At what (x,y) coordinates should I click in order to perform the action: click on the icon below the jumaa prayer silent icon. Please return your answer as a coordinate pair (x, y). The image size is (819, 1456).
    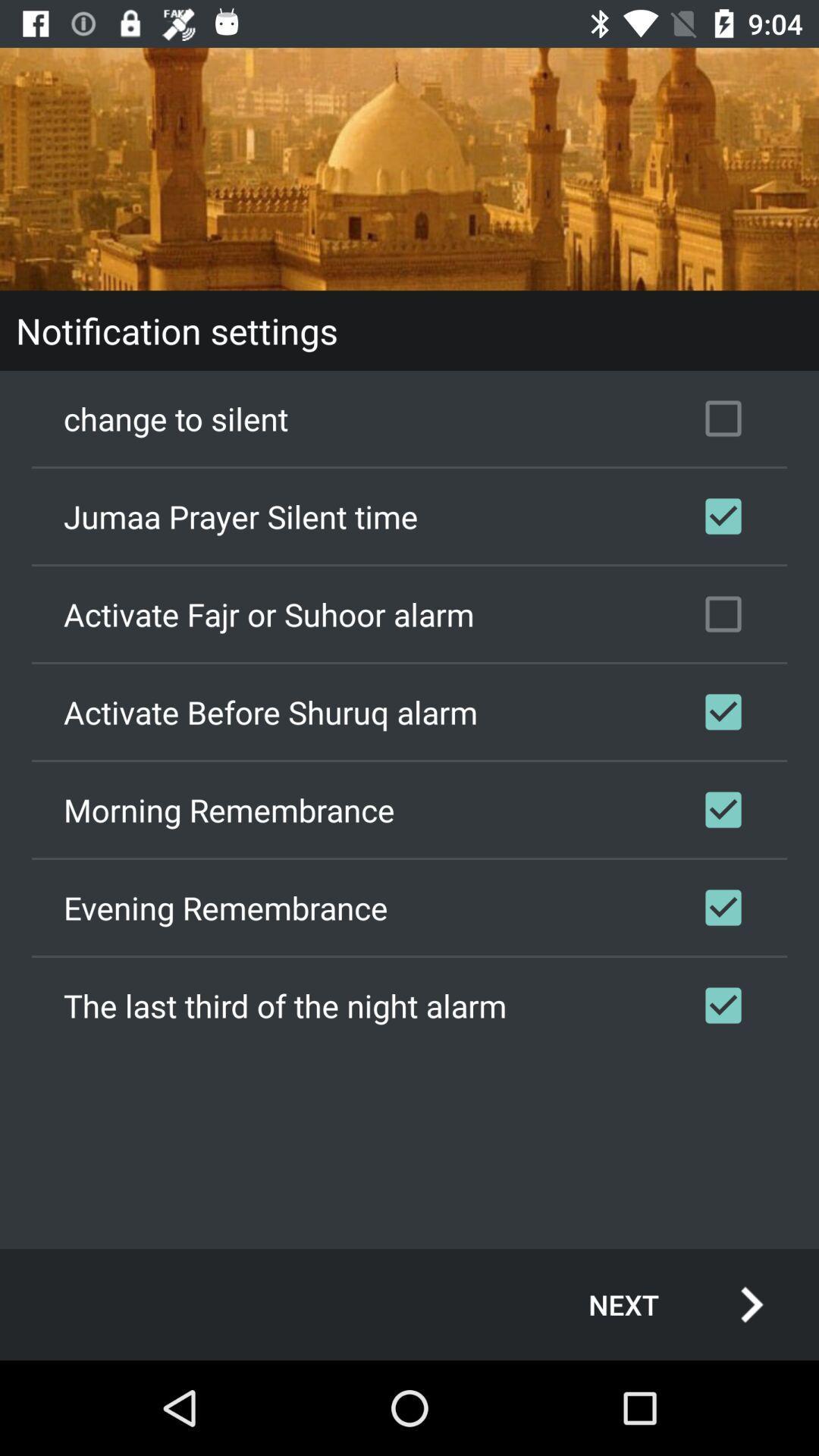
    Looking at the image, I should click on (409, 614).